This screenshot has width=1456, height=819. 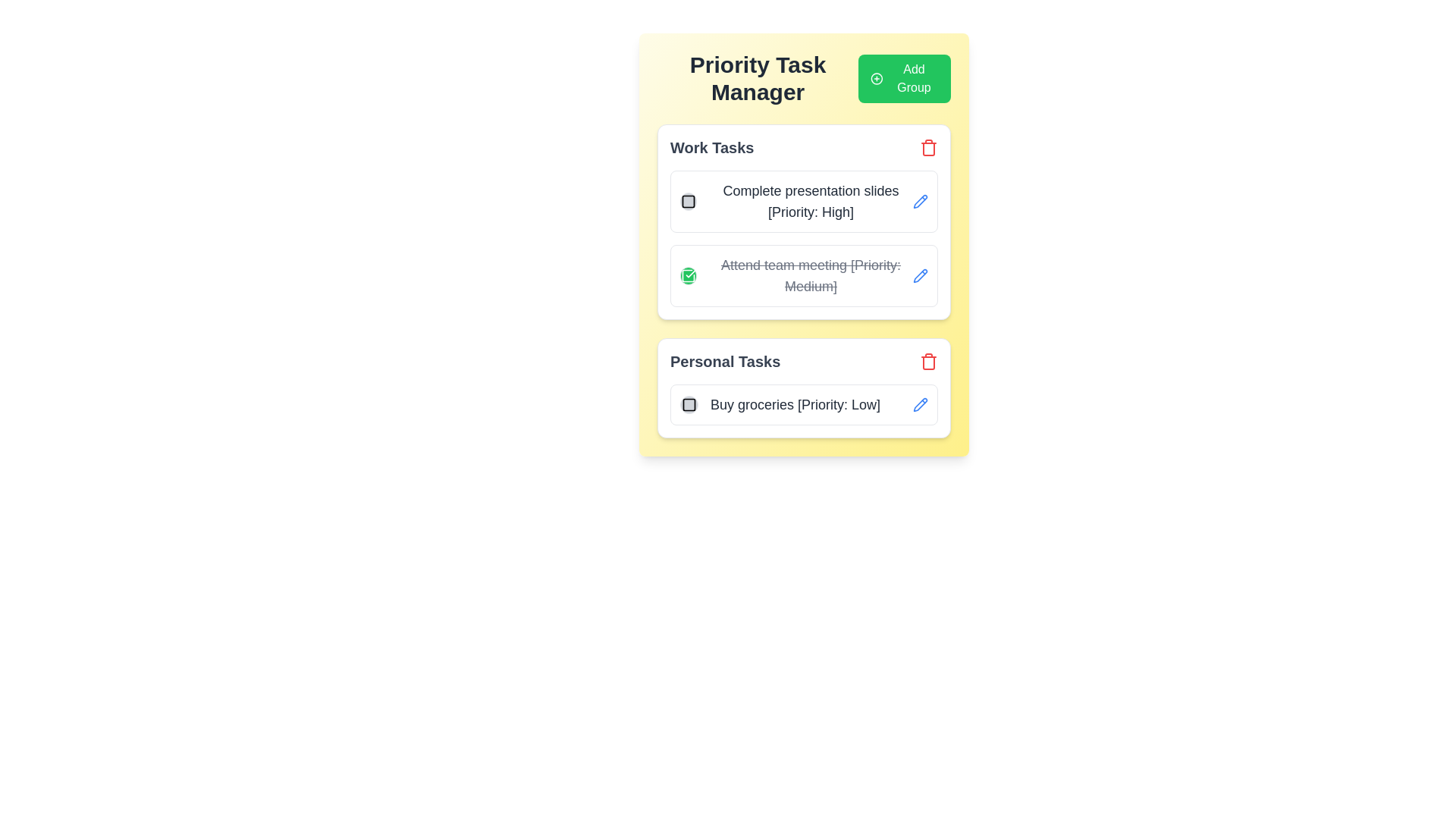 I want to click on the checkbox for the task 'Buy groceries [Priority: Low]', so click(x=688, y=403).